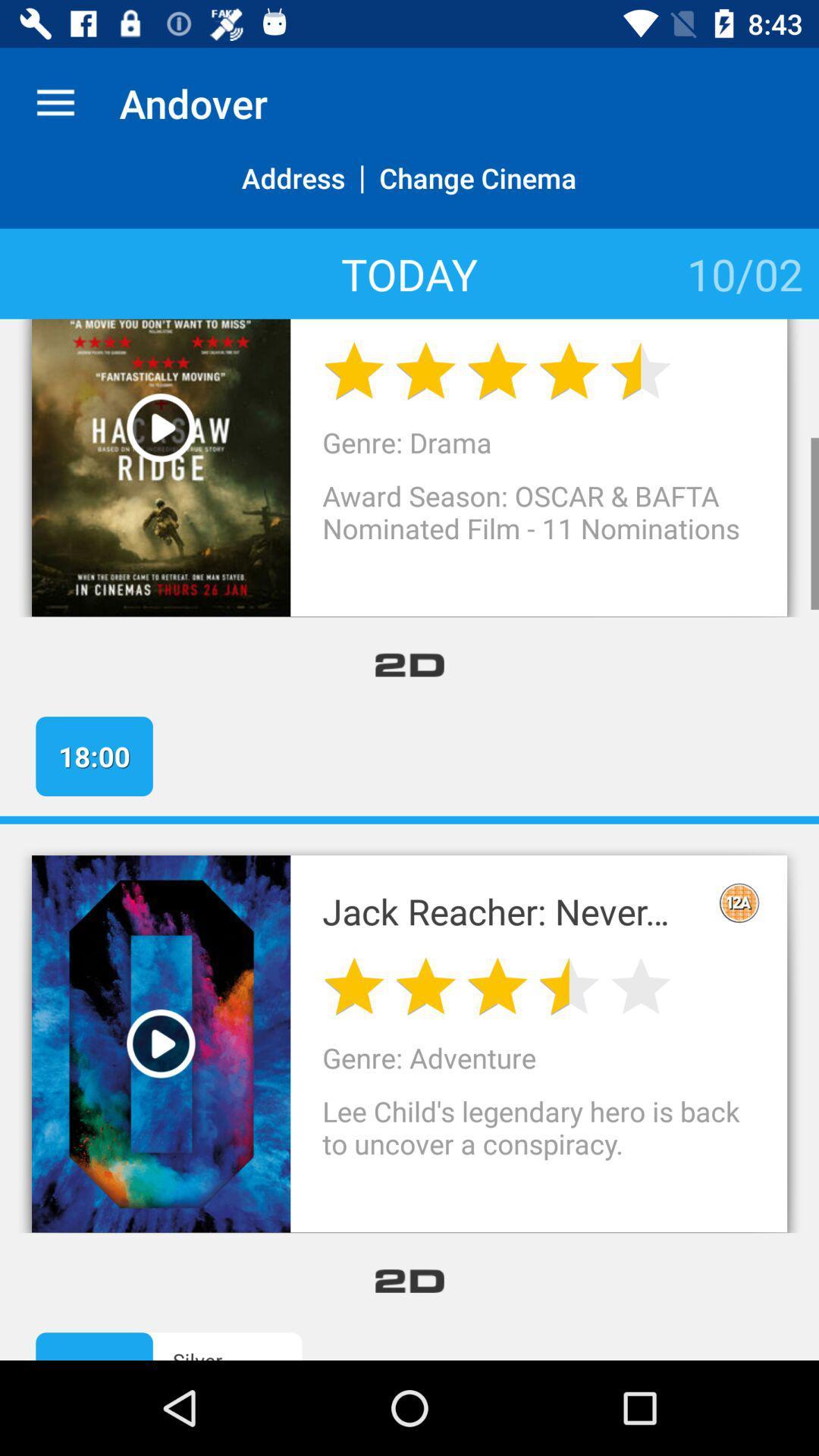 The width and height of the screenshot is (819, 1456). What do you see at coordinates (538, 1144) in the screenshot?
I see `lee child s` at bounding box center [538, 1144].